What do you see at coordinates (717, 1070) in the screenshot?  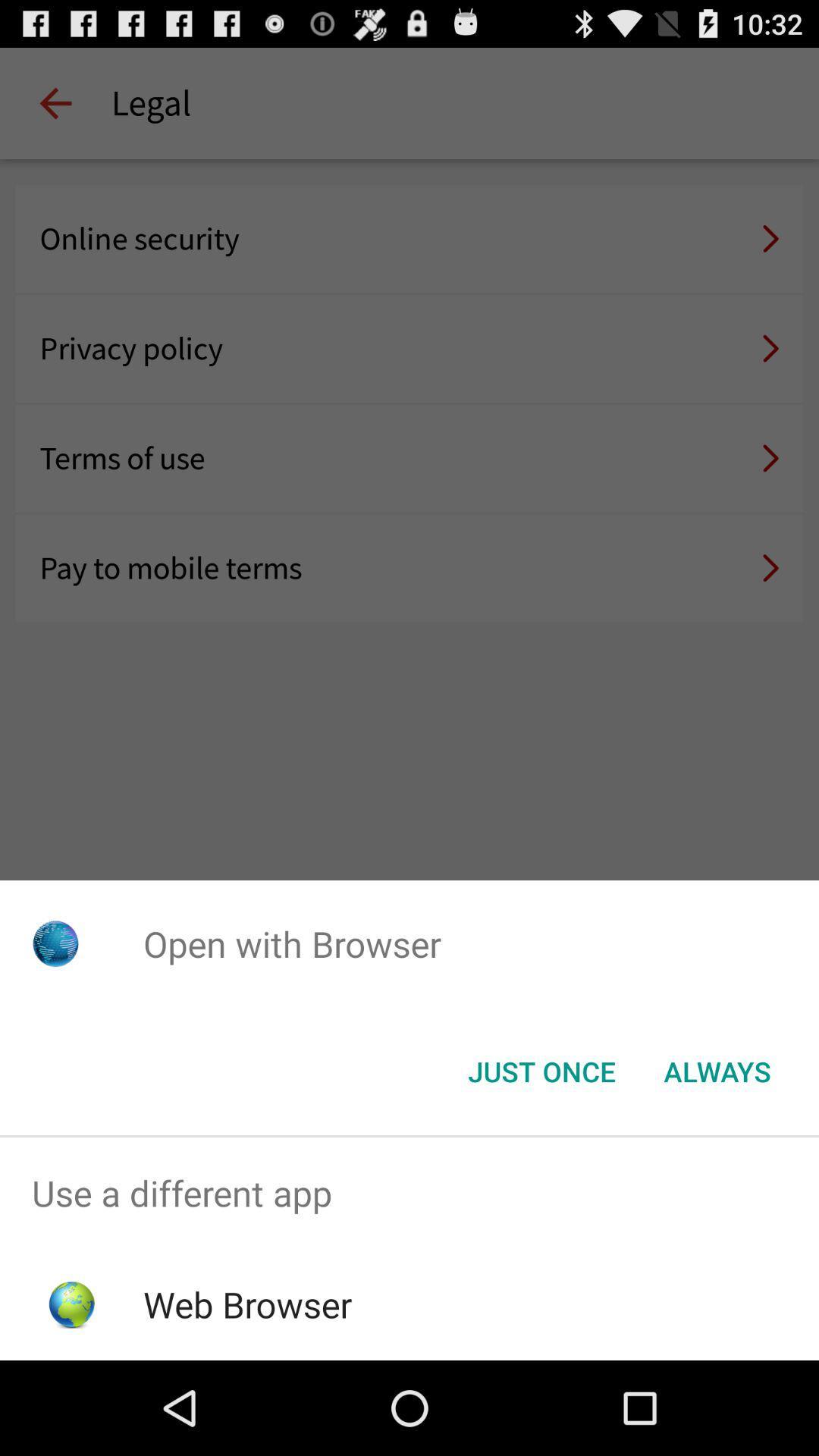 I see `the item below the open with browser app` at bounding box center [717, 1070].